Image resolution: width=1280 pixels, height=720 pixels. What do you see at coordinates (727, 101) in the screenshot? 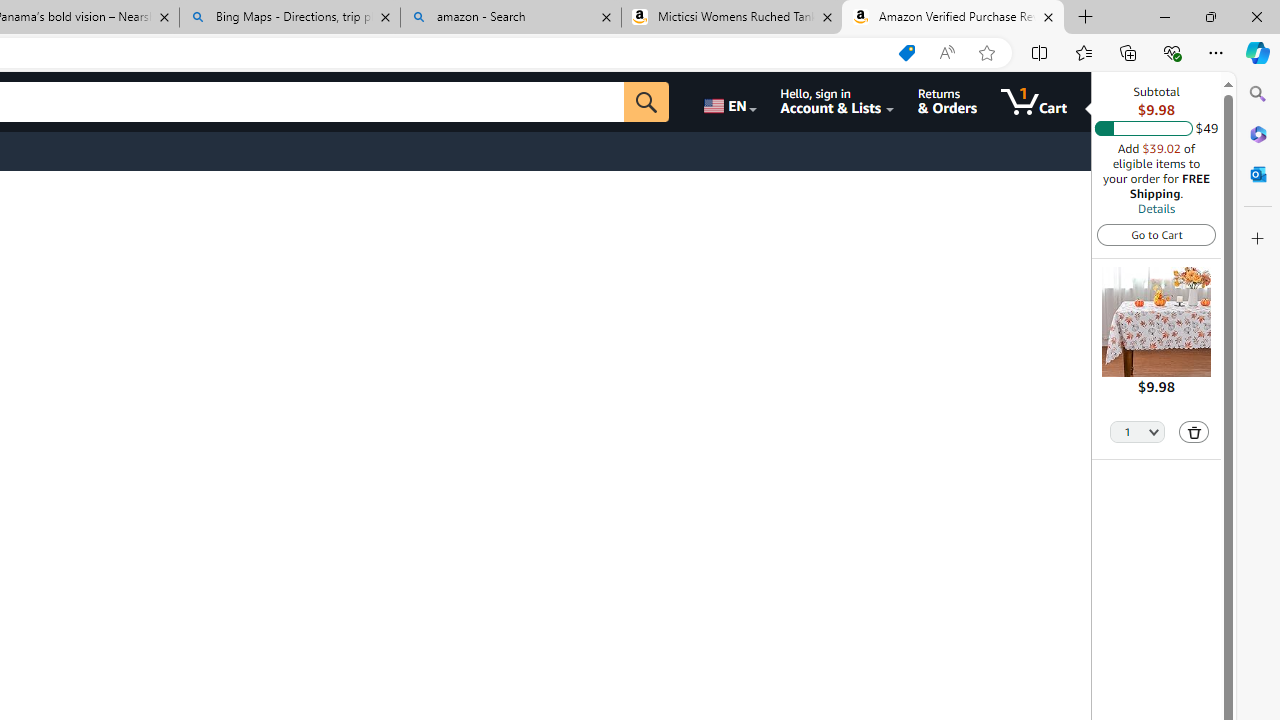
I see `'Choose a language for shopping.'` at bounding box center [727, 101].